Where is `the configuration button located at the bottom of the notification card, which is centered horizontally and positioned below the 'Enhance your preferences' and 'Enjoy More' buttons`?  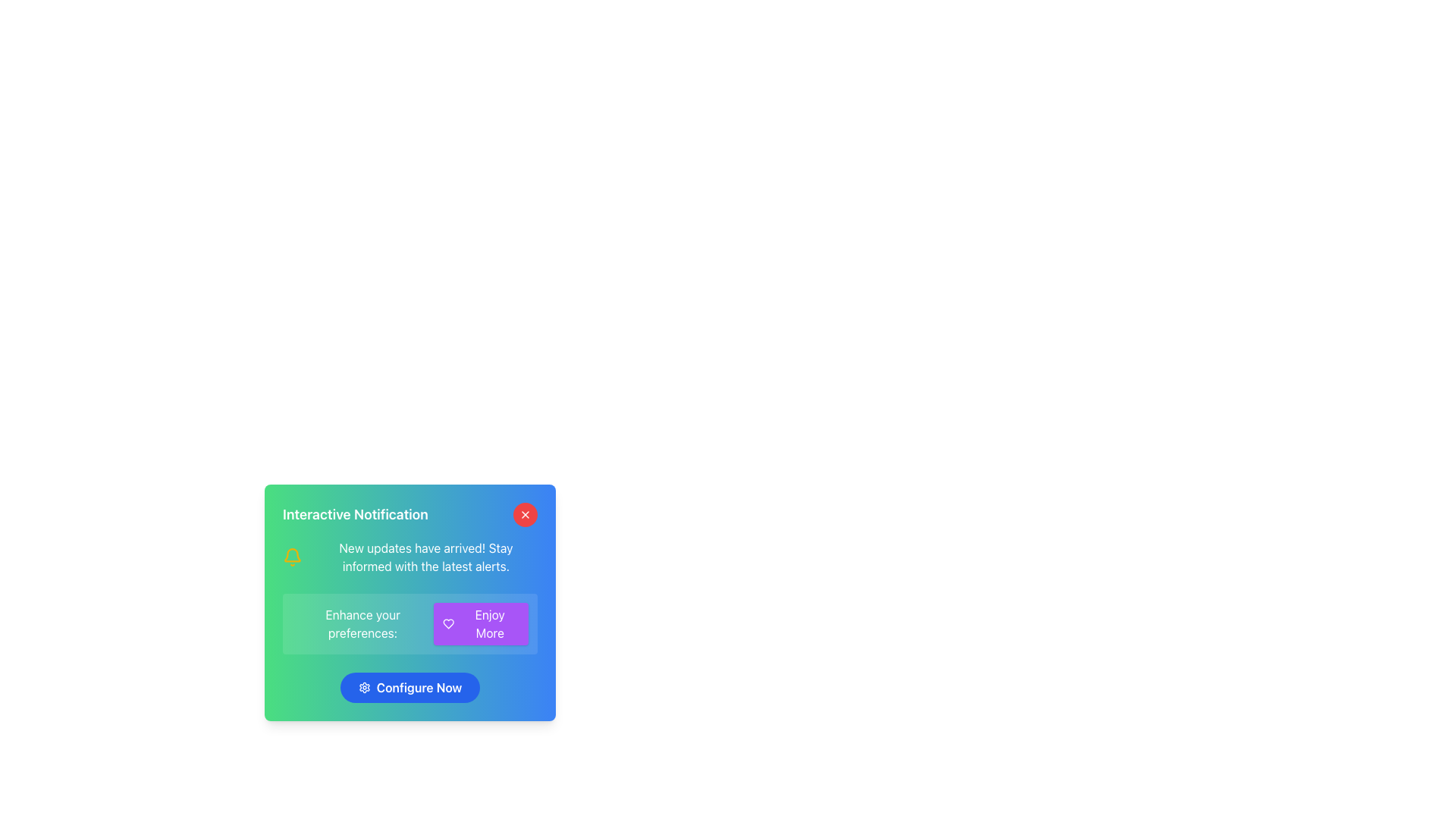 the configuration button located at the bottom of the notification card, which is centered horizontally and positioned below the 'Enhance your preferences' and 'Enjoy More' buttons is located at coordinates (410, 687).